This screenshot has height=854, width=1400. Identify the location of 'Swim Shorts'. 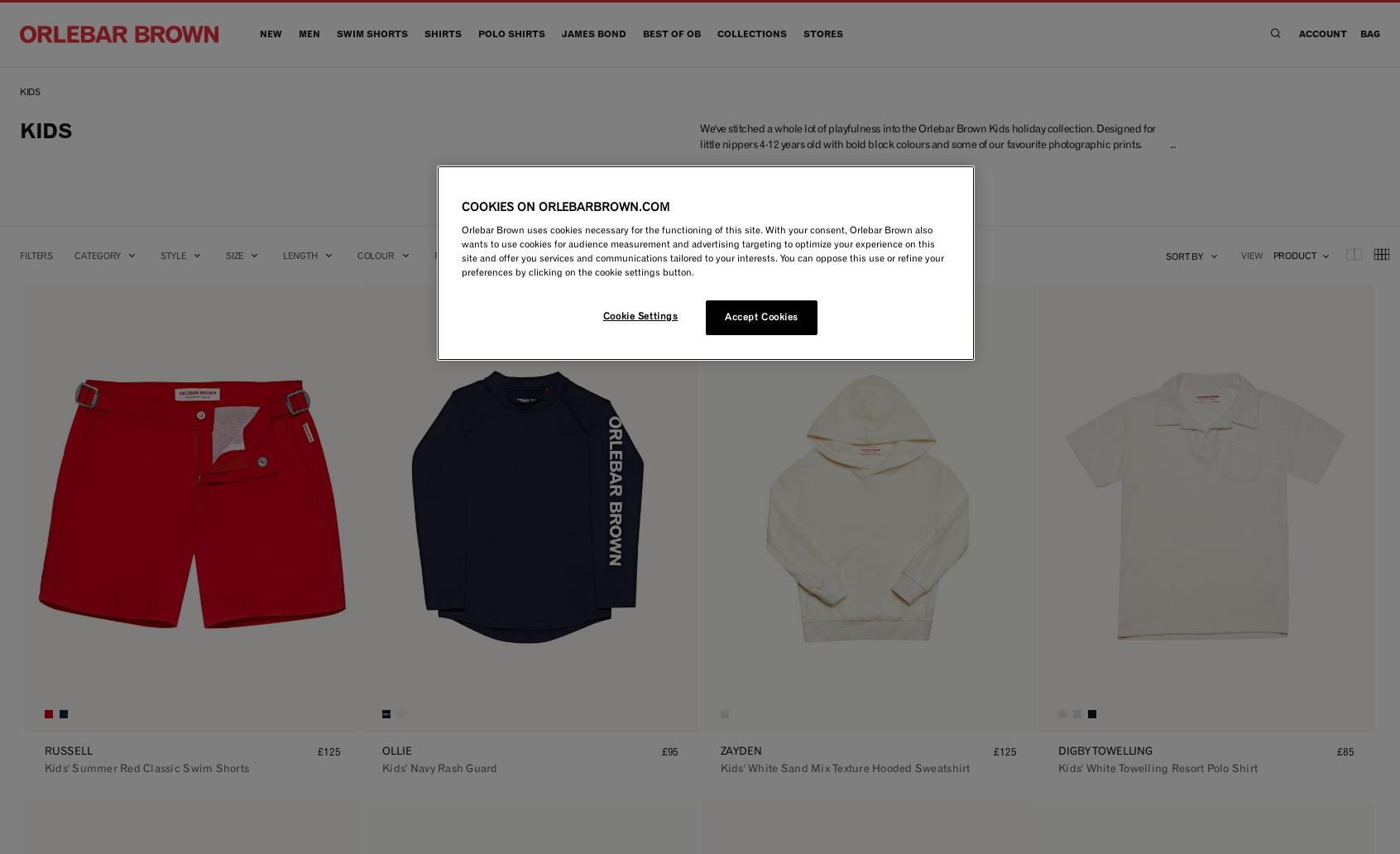
(336, 33).